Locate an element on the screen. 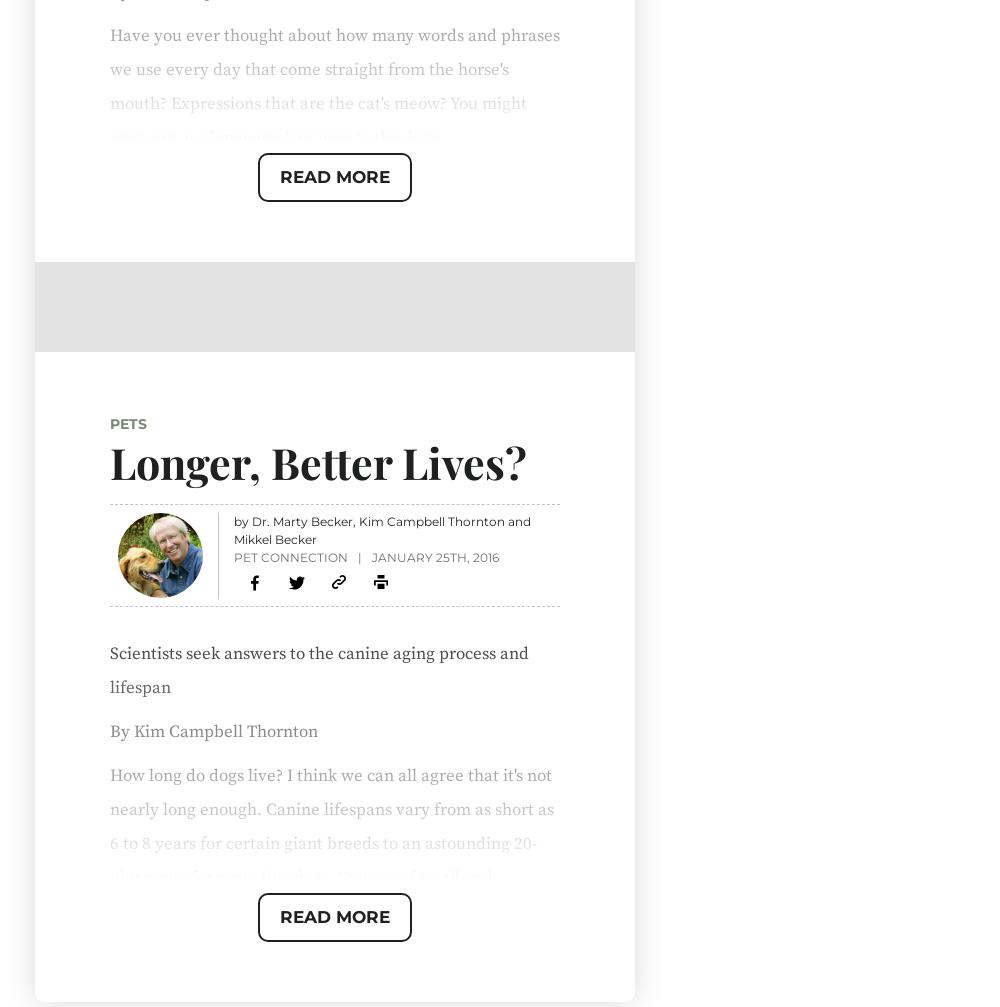 The height and width of the screenshot is (1007, 1000). 'Pet Connection' is located at coordinates (232, 555).